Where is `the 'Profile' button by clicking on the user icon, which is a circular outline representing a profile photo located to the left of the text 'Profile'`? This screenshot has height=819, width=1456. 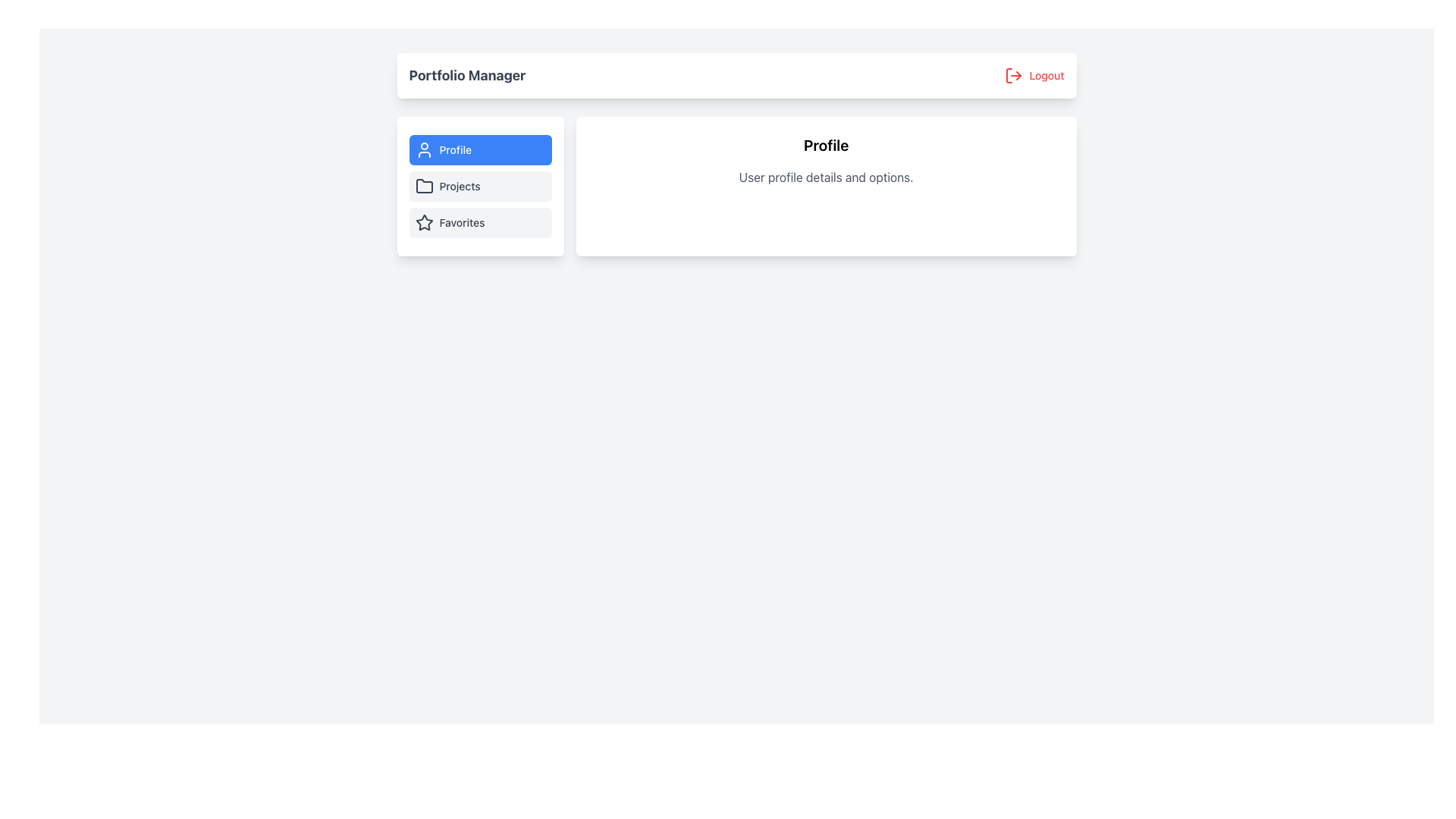
the 'Profile' button by clicking on the user icon, which is a circular outline representing a profile photo located to the left of the text 'Profile' is located at coordinates (424, 149).